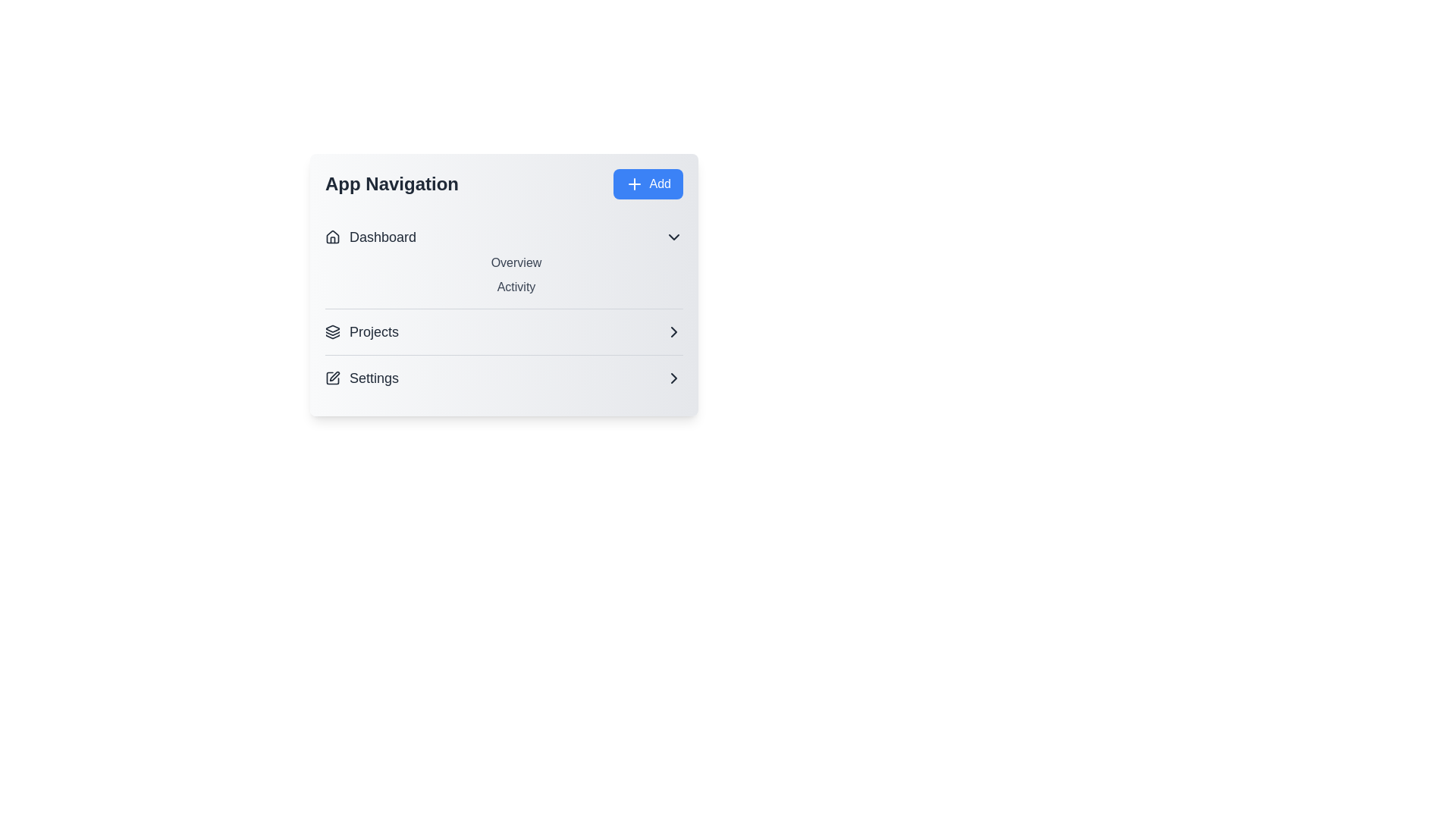 This screenshot has width=1456, height=819. What do you see at coordinates (504, 377) in the screenshot?
I see `the 'Settings' button to toggle its visibility` at bounding box center [504, 377].